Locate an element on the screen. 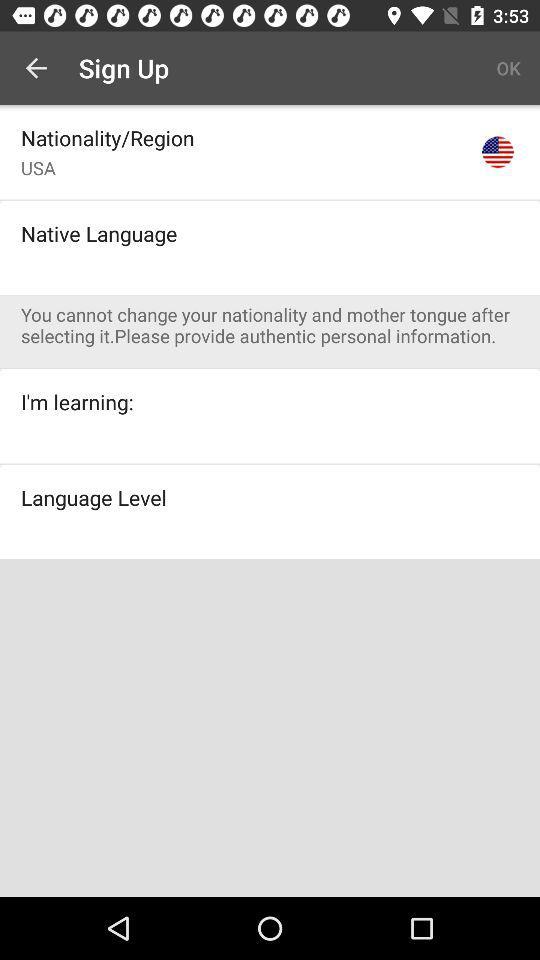  native language is located at coordinates (98, 233).